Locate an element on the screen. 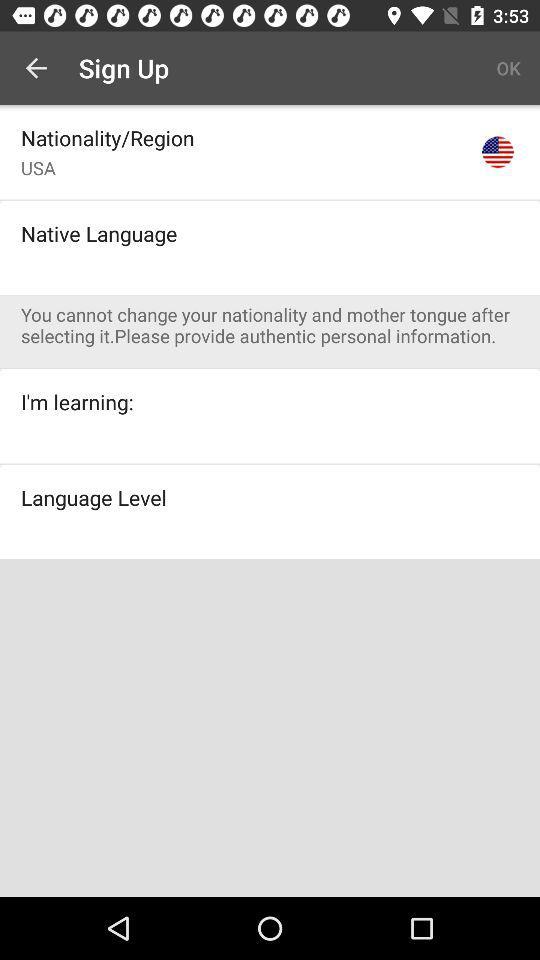  native language is located at coordinates (98, 233).